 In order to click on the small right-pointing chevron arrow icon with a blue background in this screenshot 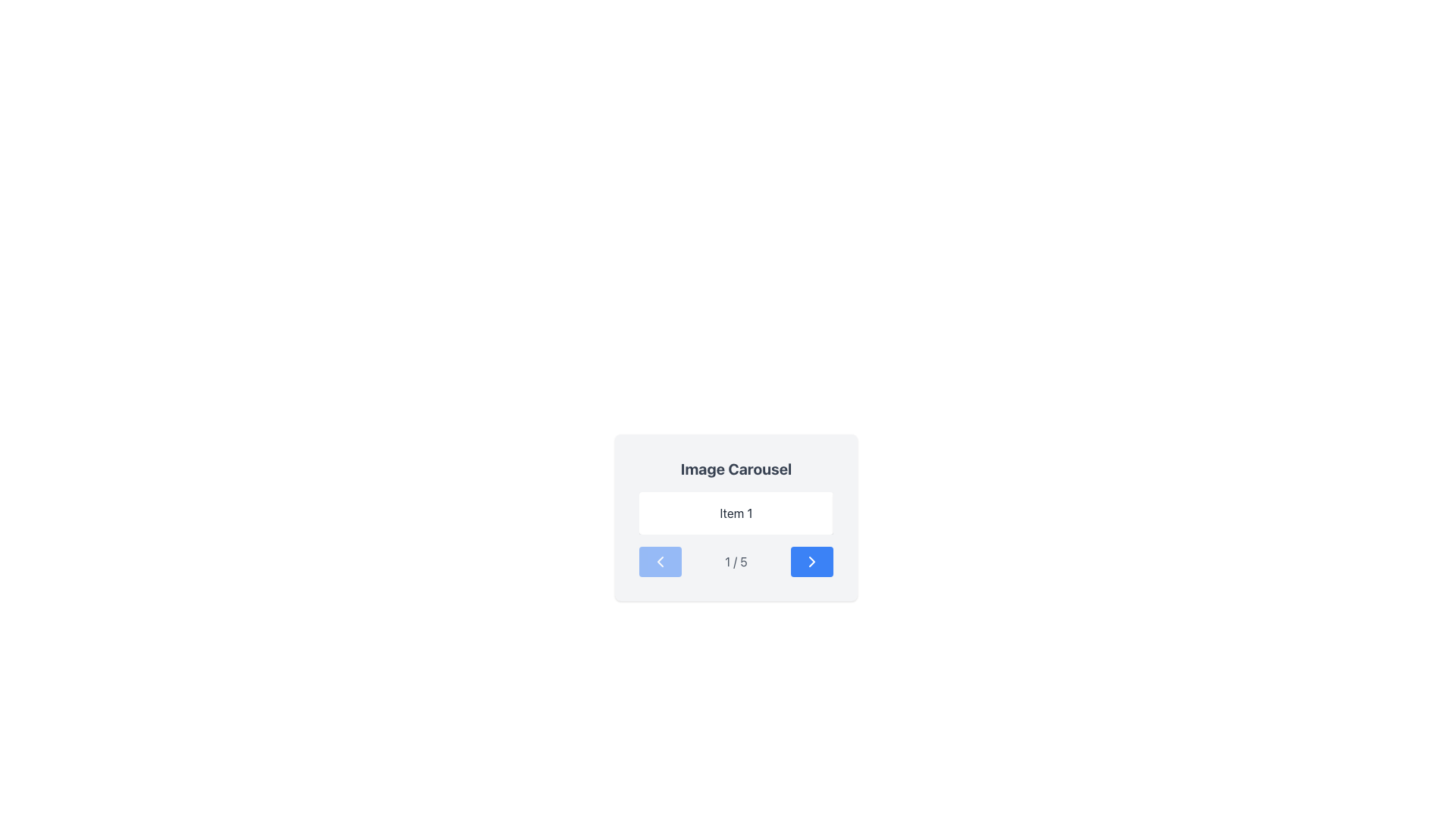, I will do `click(811, 561)`.